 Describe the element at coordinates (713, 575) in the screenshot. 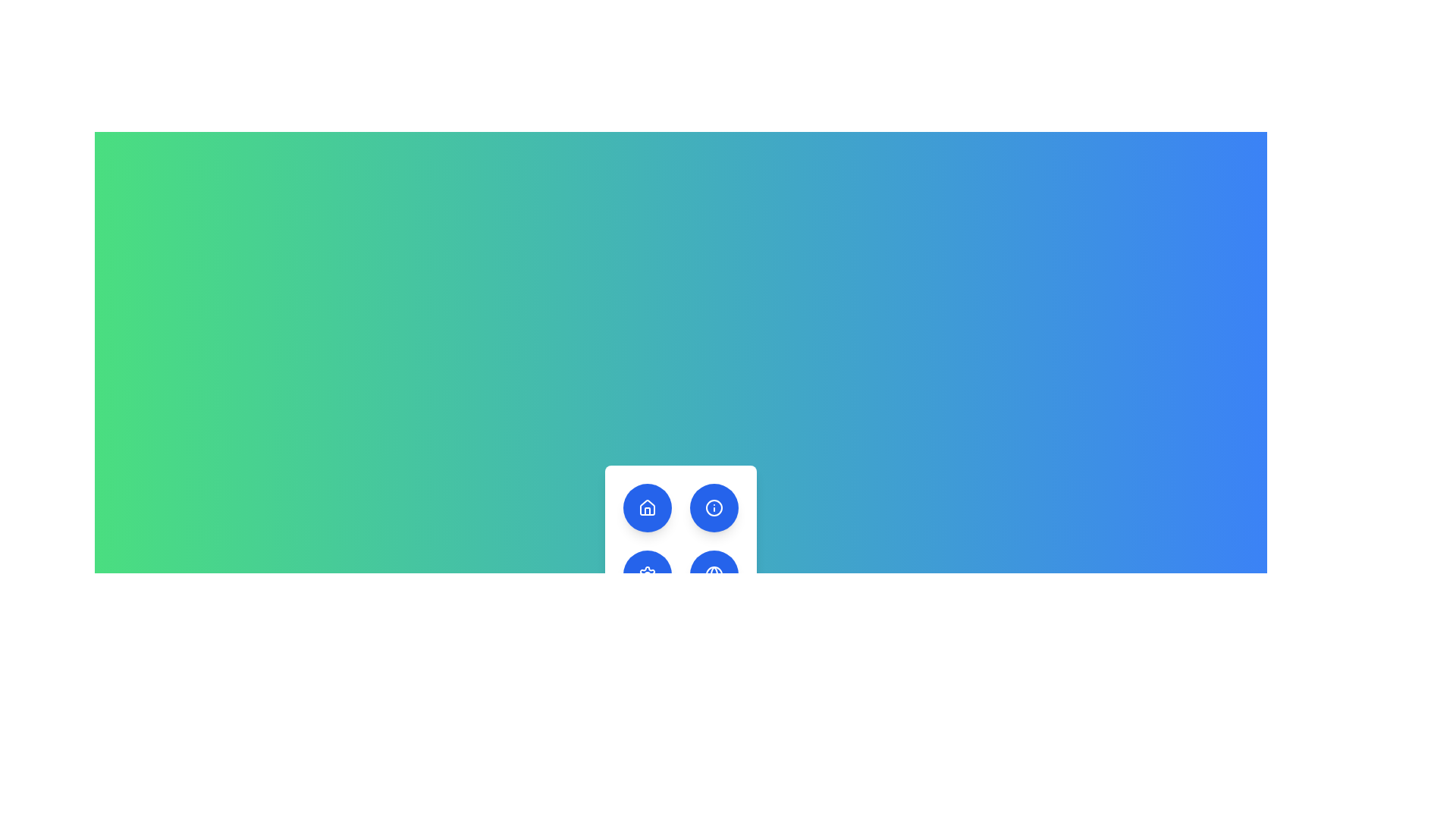

I see `the blue circular globe icon located in the bottom row of the grid of icons` at that location.